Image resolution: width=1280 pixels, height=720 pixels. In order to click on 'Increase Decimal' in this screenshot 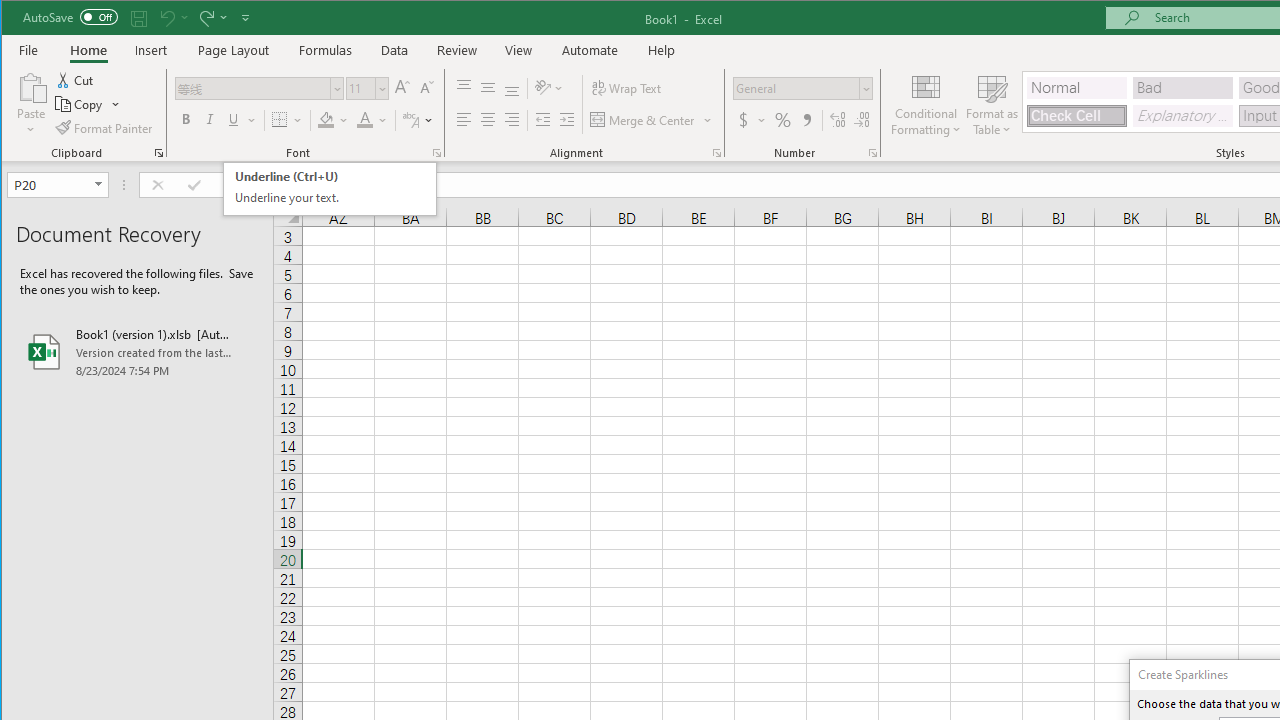, I will do `click(837, 120)`.